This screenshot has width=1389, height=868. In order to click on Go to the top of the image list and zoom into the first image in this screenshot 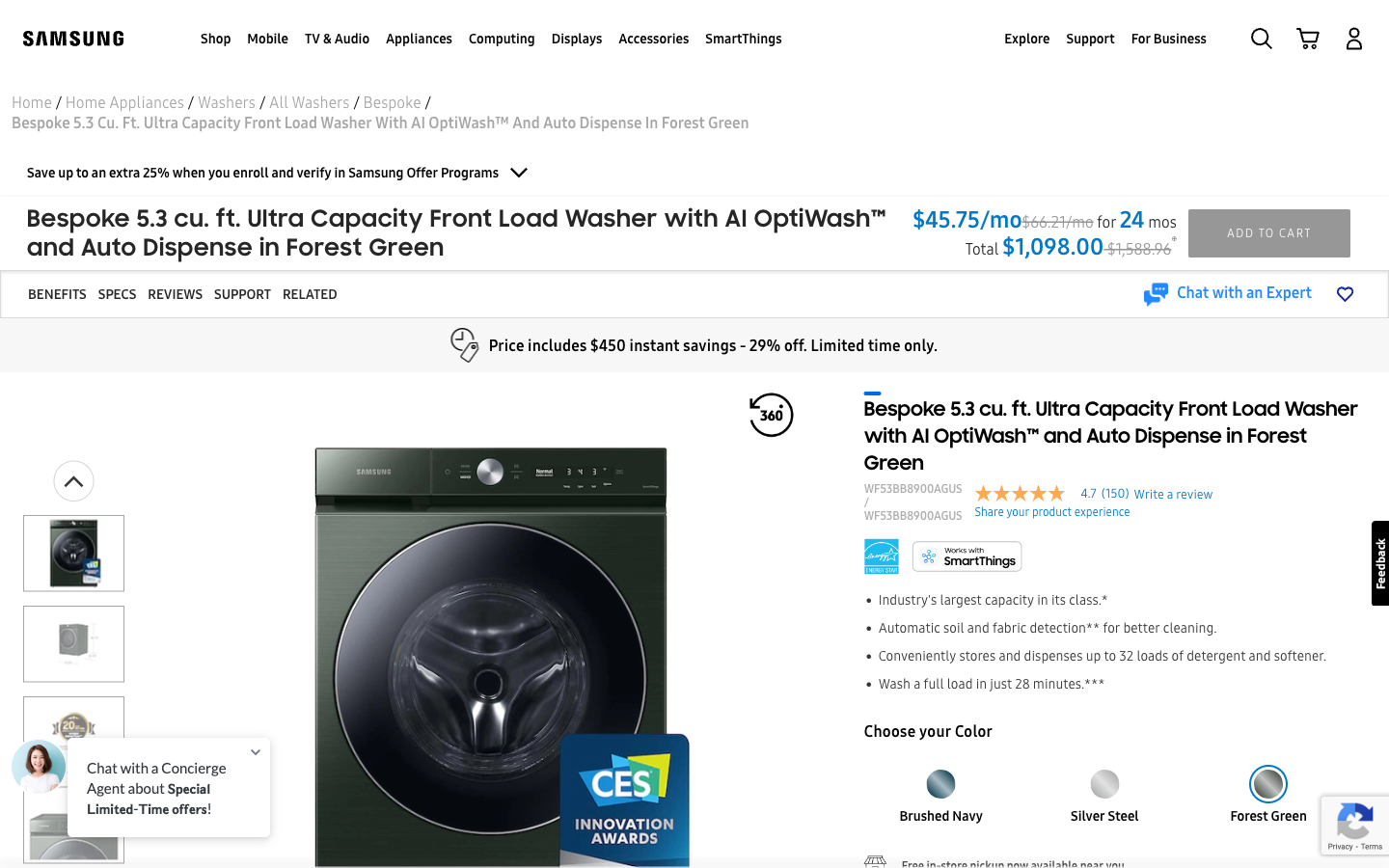, I will do `click(73, 479)`.